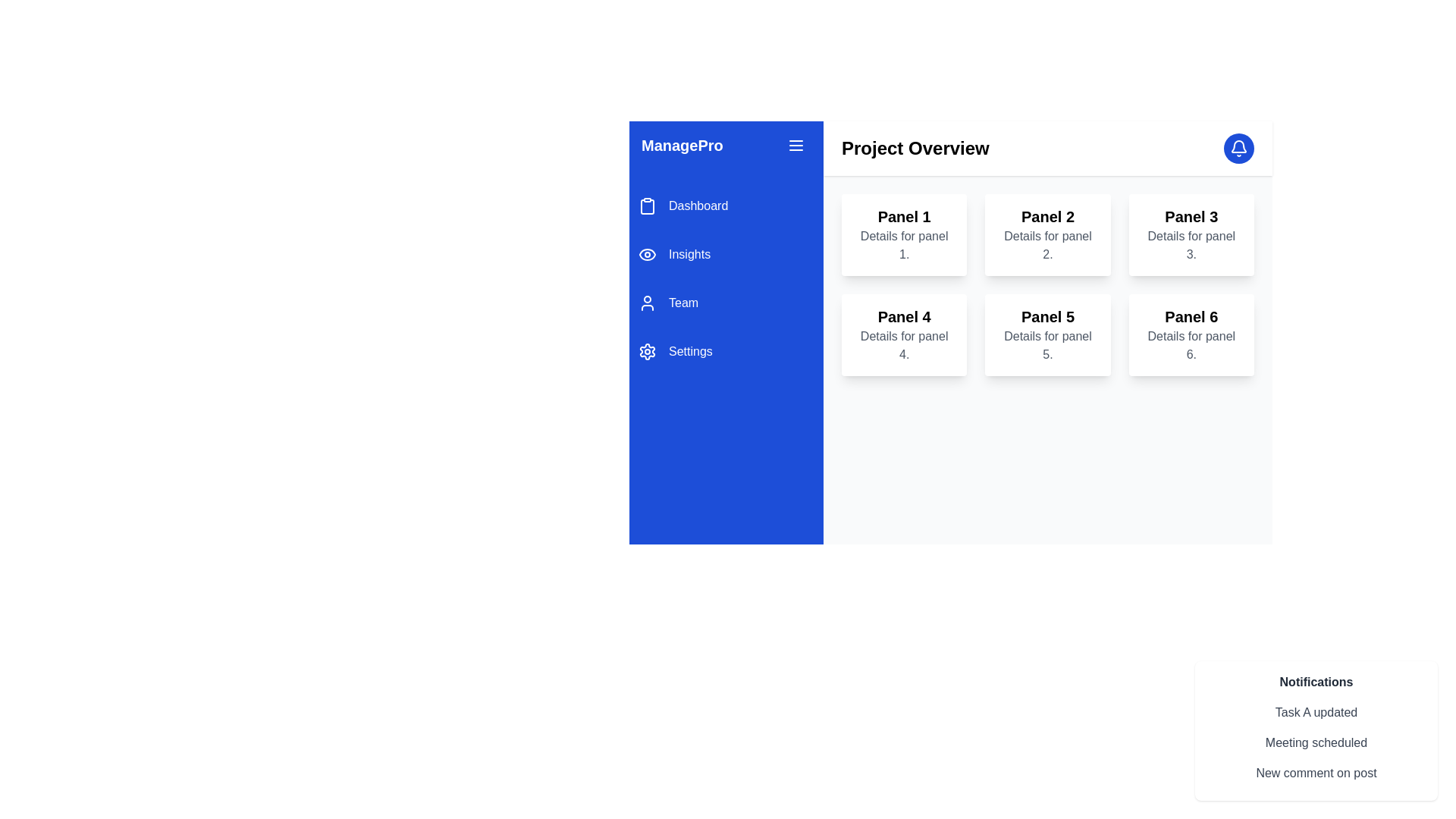 The image size is (1456, 819). What do you see at coordinates (904, 216) in the screenshot?
I see `the text label displaying 'Panel 1' in bold, large font at the top of the card interface, which indicates it is clickable` at bounding box center [904, 216].